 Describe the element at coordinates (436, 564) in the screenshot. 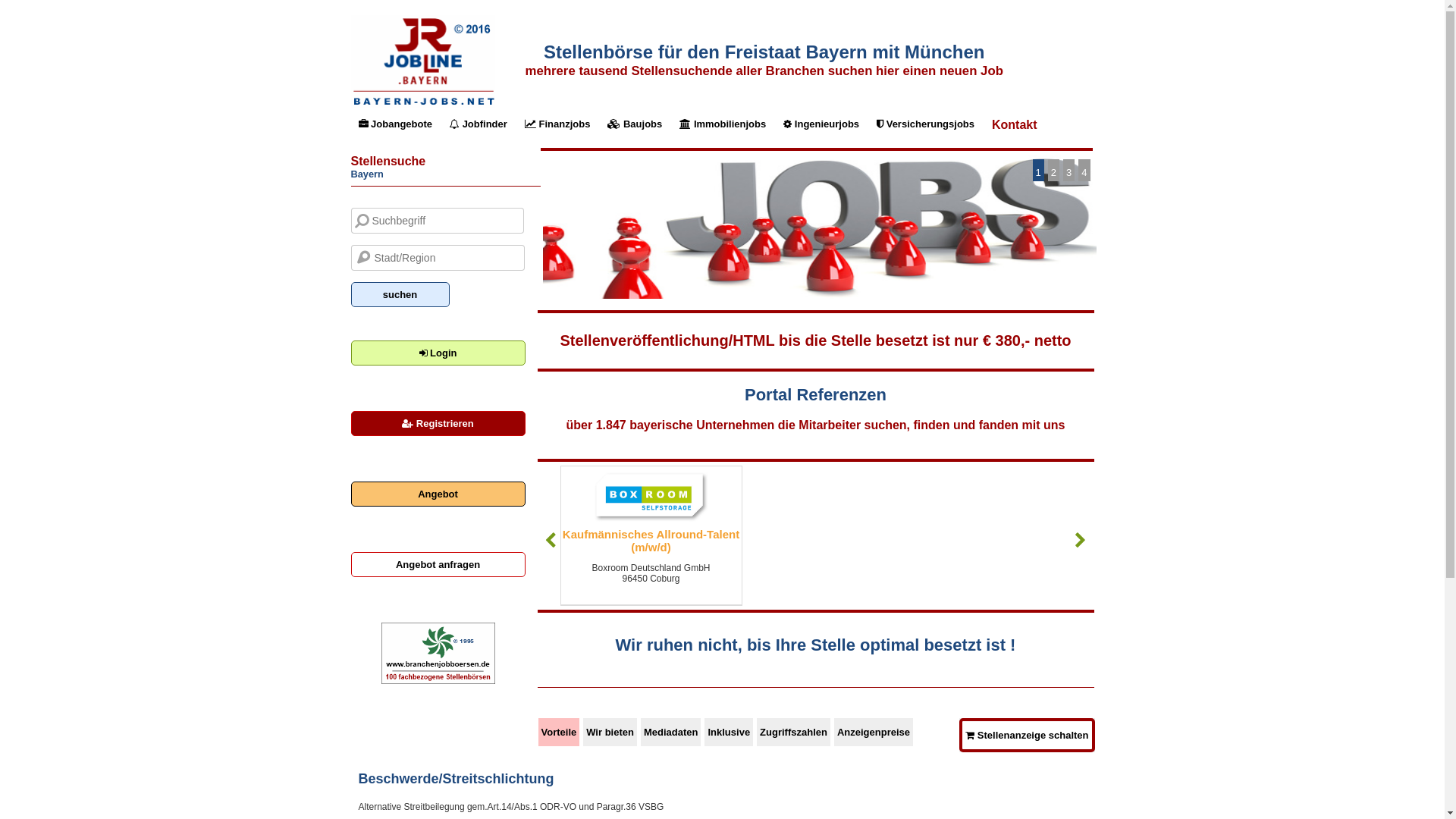

I see `'Angebot anfragen'` at that location.